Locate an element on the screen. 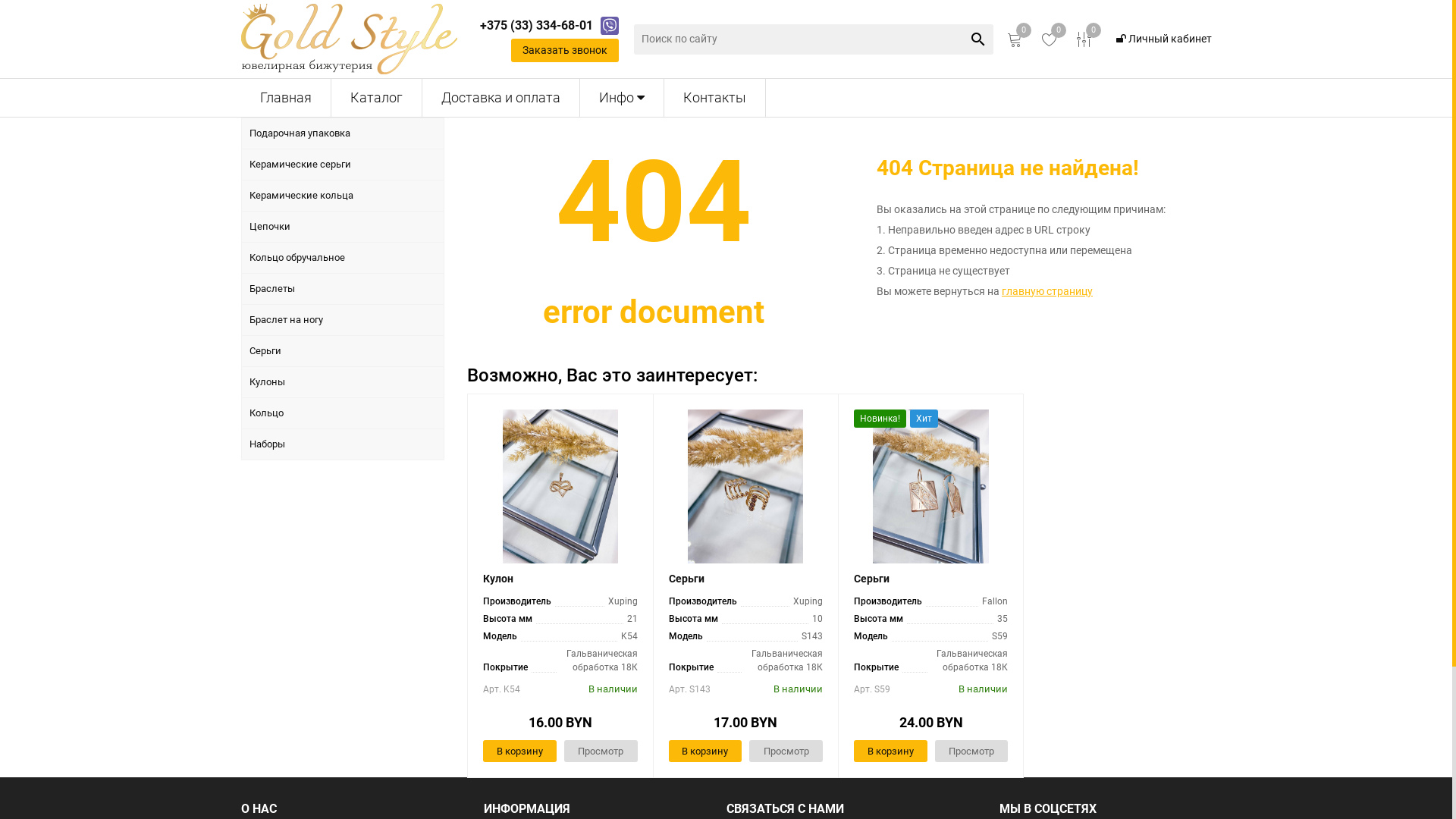 The height and width of the screenshot is (819, 1456). 'search' is located at coordinates (978, 38).